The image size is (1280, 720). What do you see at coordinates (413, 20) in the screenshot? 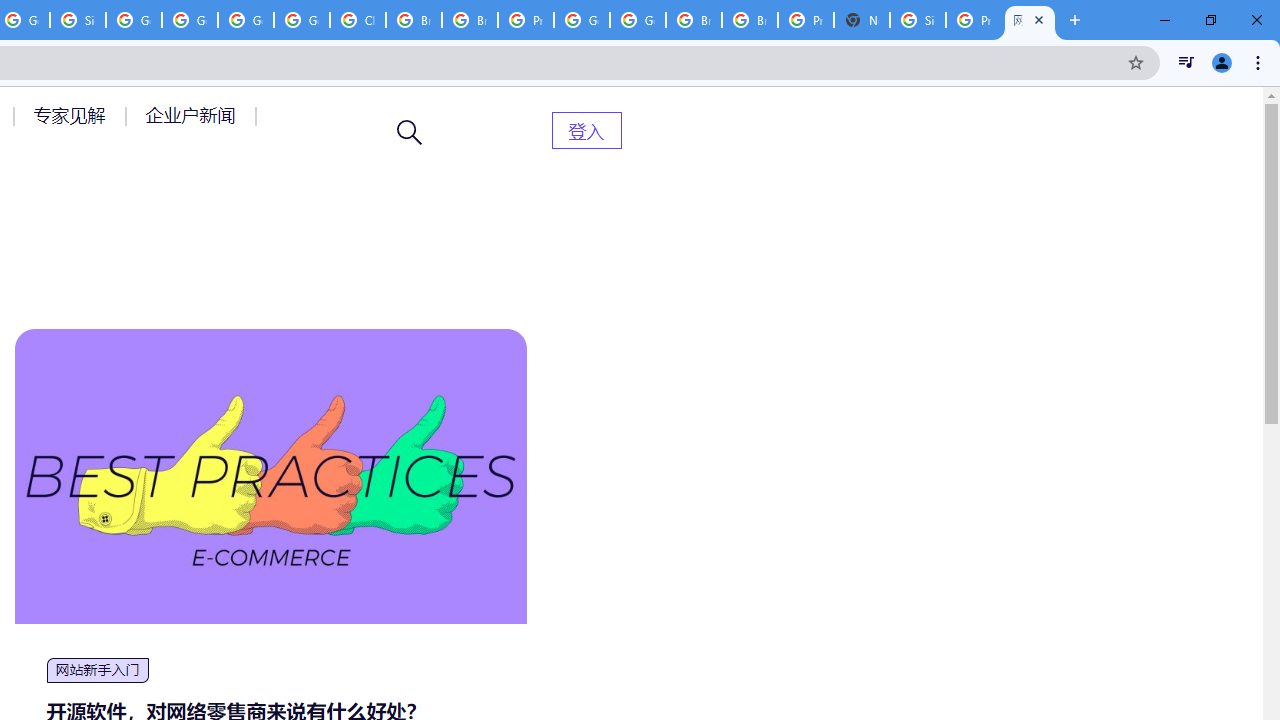
I see `'Browse Chrome as a guest - Computer - Google Chrome Help'` at bounding box center [413, 20].